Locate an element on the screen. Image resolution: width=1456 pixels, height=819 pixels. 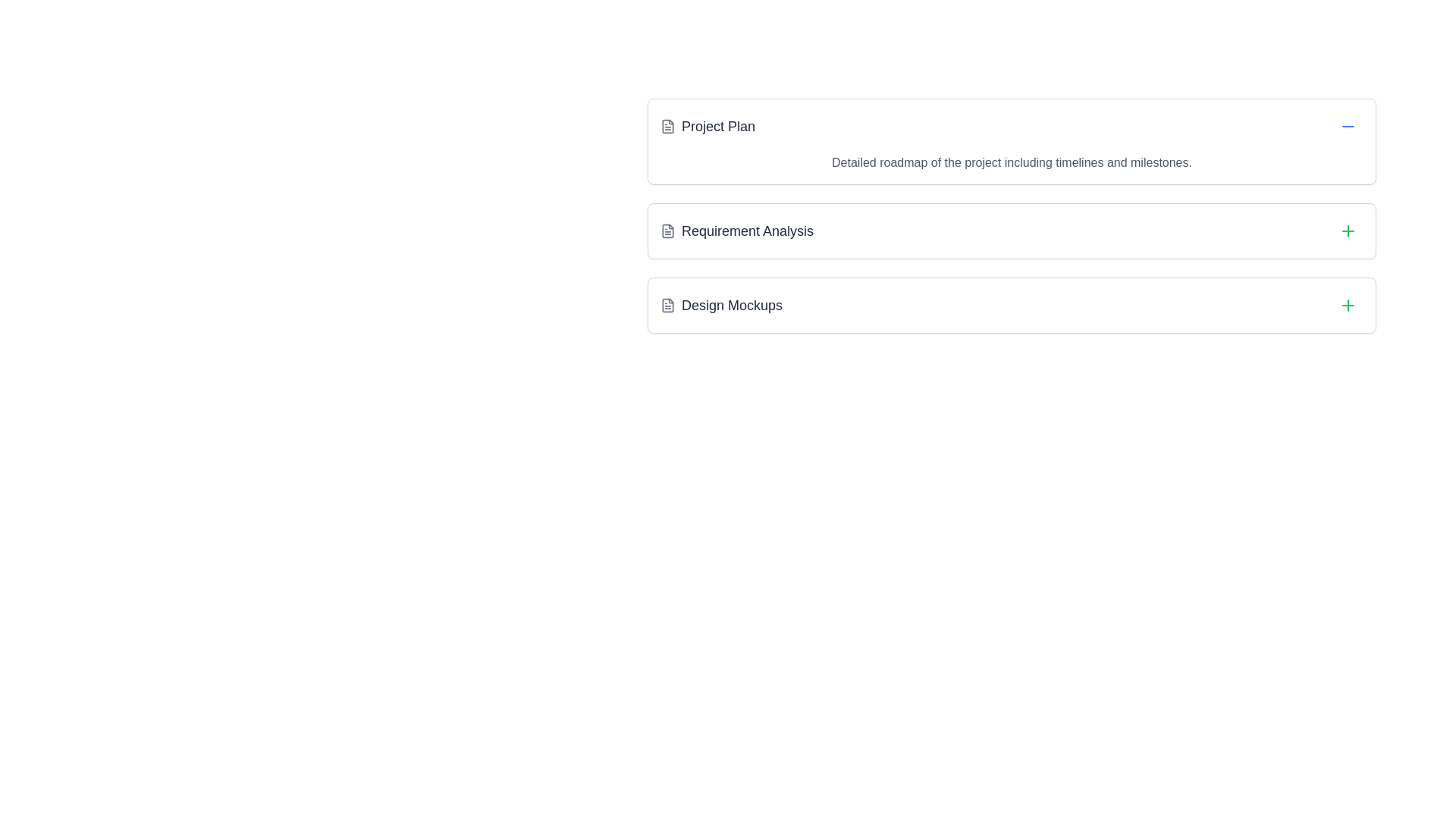
the 'Project Plan' text label, which is styled in dark gray and serves as a prominent title next to a document icon is located at coordinates (717, 125).